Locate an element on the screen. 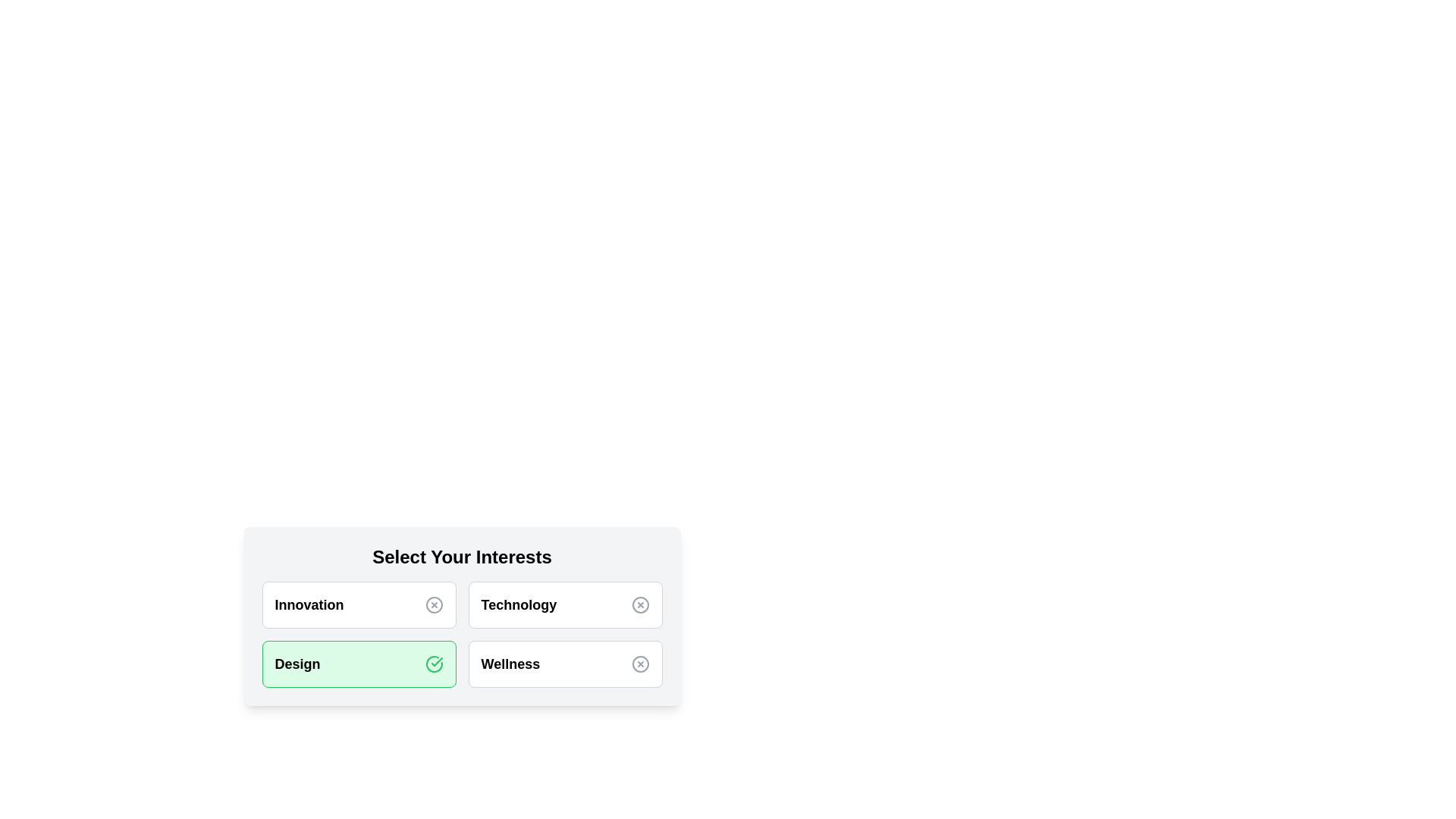 The image size is (1456, 819). the category Wellness to see its hover effect is located at coordinates (564, 663).